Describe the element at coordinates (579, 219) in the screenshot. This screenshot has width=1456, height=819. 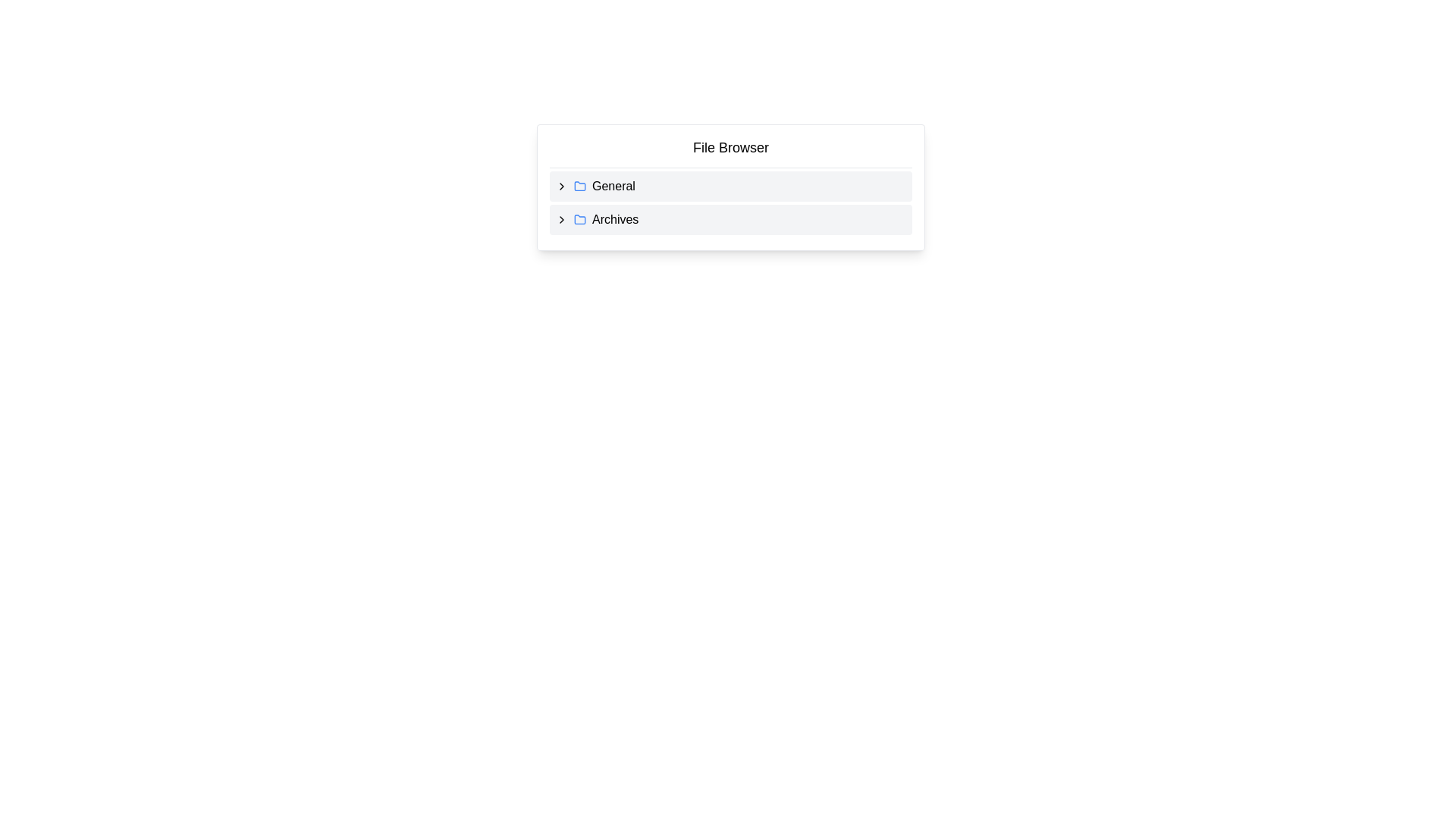
I see `the folder icon representing the 'Archives' label, located` at that location.